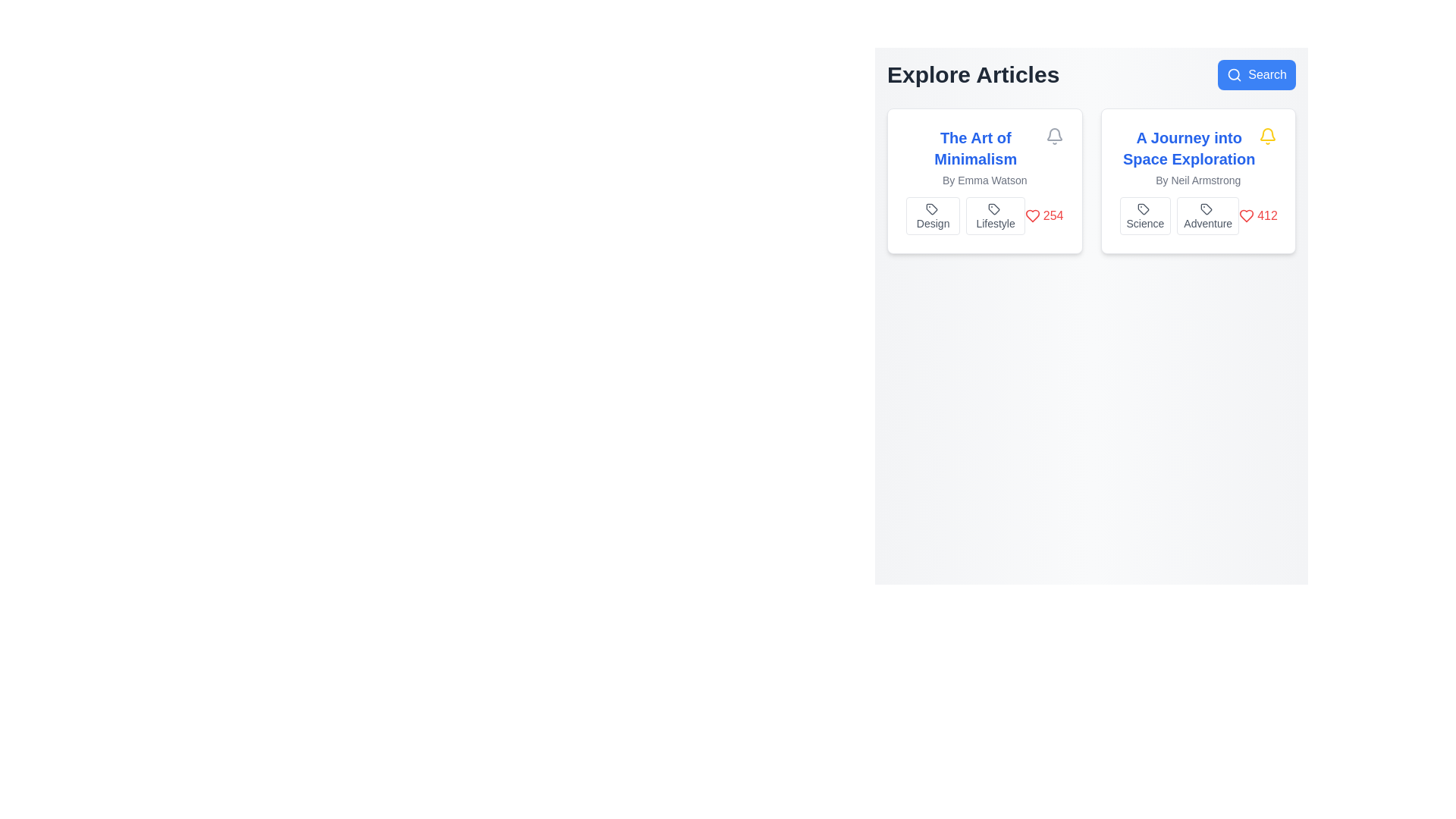  Describe the element at coordinates (975, 149) in the screenshot. I see `text label or heading that serves as the title for the associated article, located at the top-left corner of a rectangular card element in the upper-right section of the interface` at that location.